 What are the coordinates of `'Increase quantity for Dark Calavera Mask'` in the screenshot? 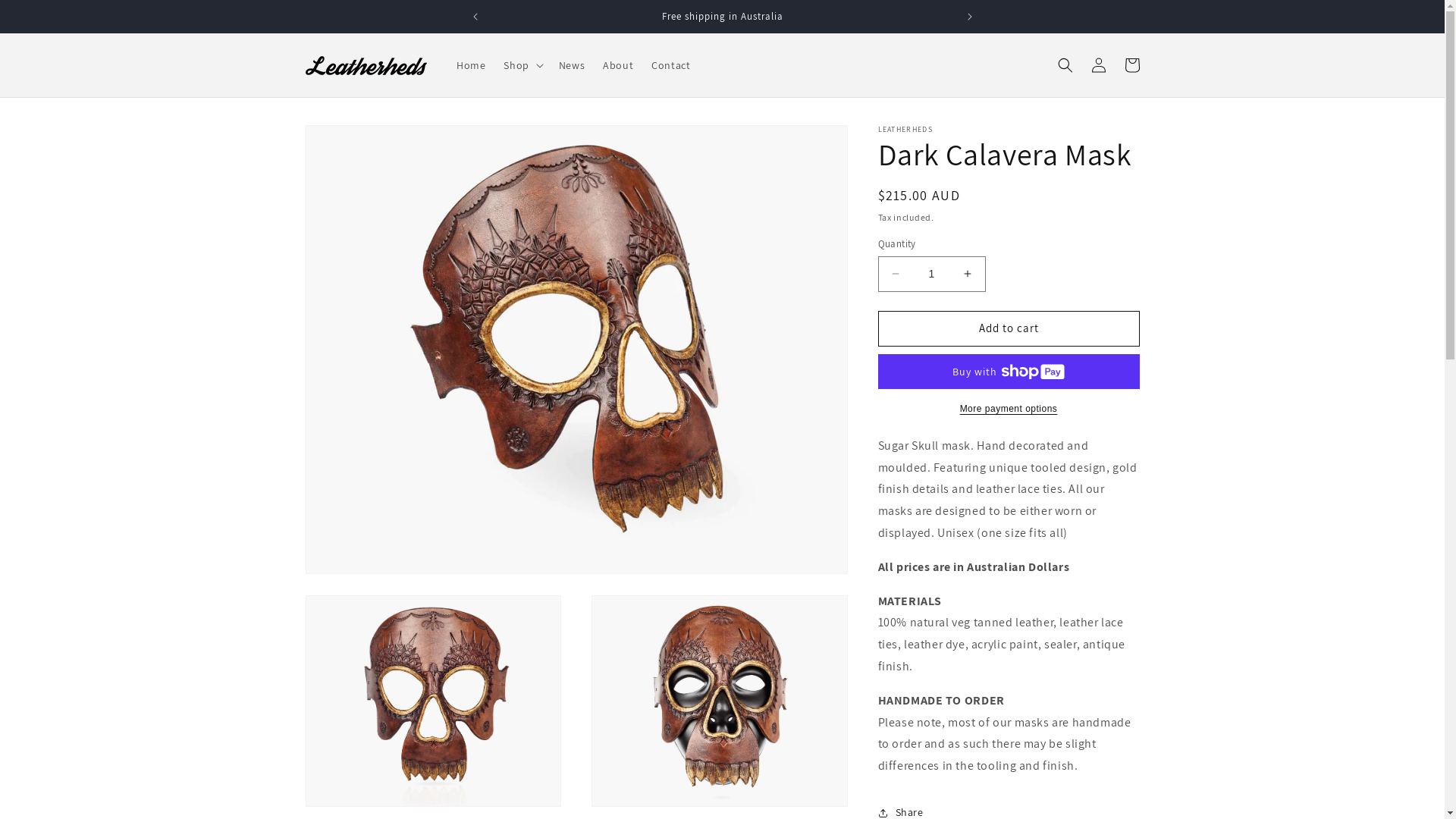 It's located at (967, 274).